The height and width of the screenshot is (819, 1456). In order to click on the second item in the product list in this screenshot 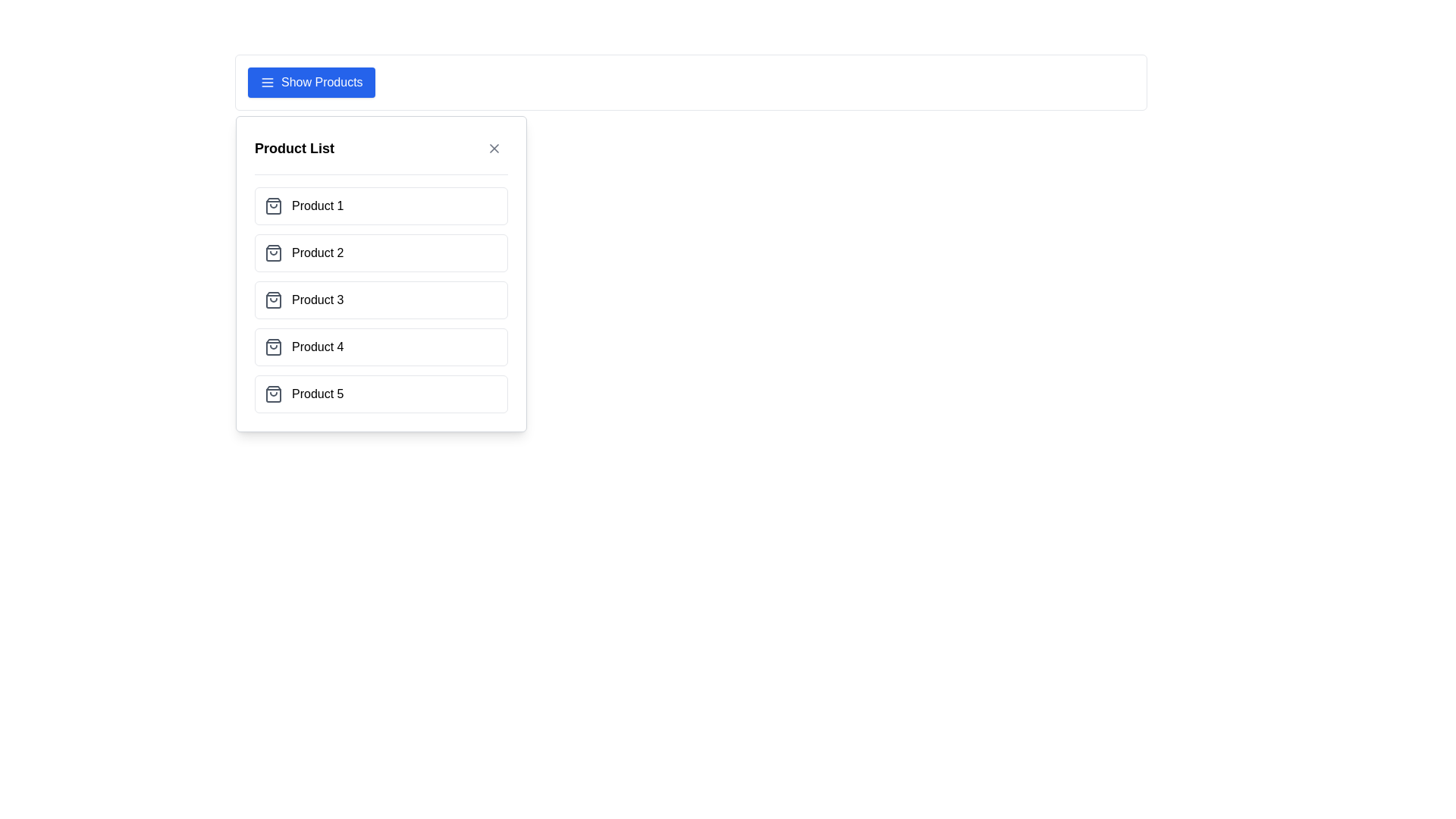, I will do `click(381, 253)`.